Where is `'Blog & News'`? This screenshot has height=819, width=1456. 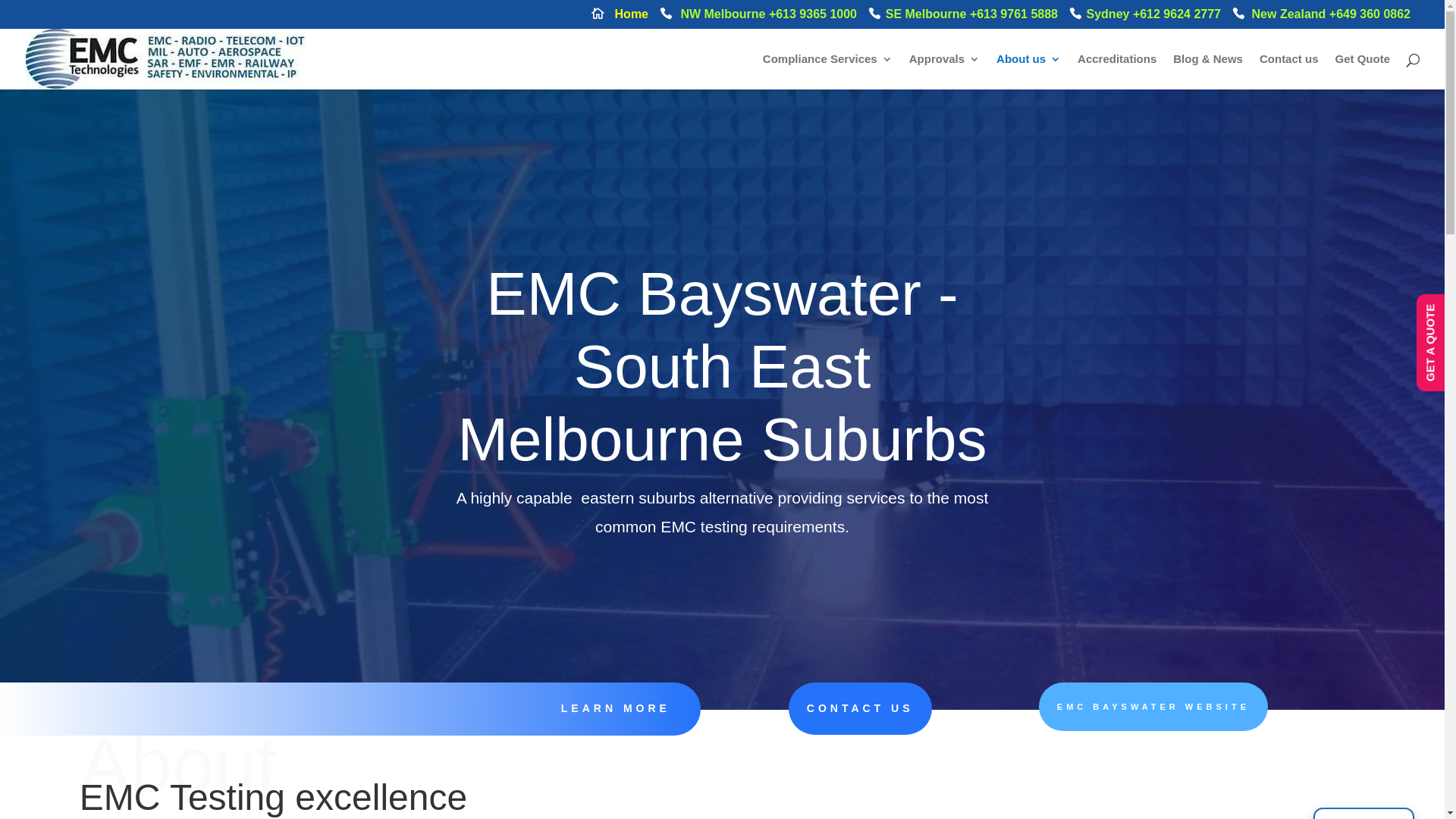
'Blog & News' is located at coordinates (1172, 71).